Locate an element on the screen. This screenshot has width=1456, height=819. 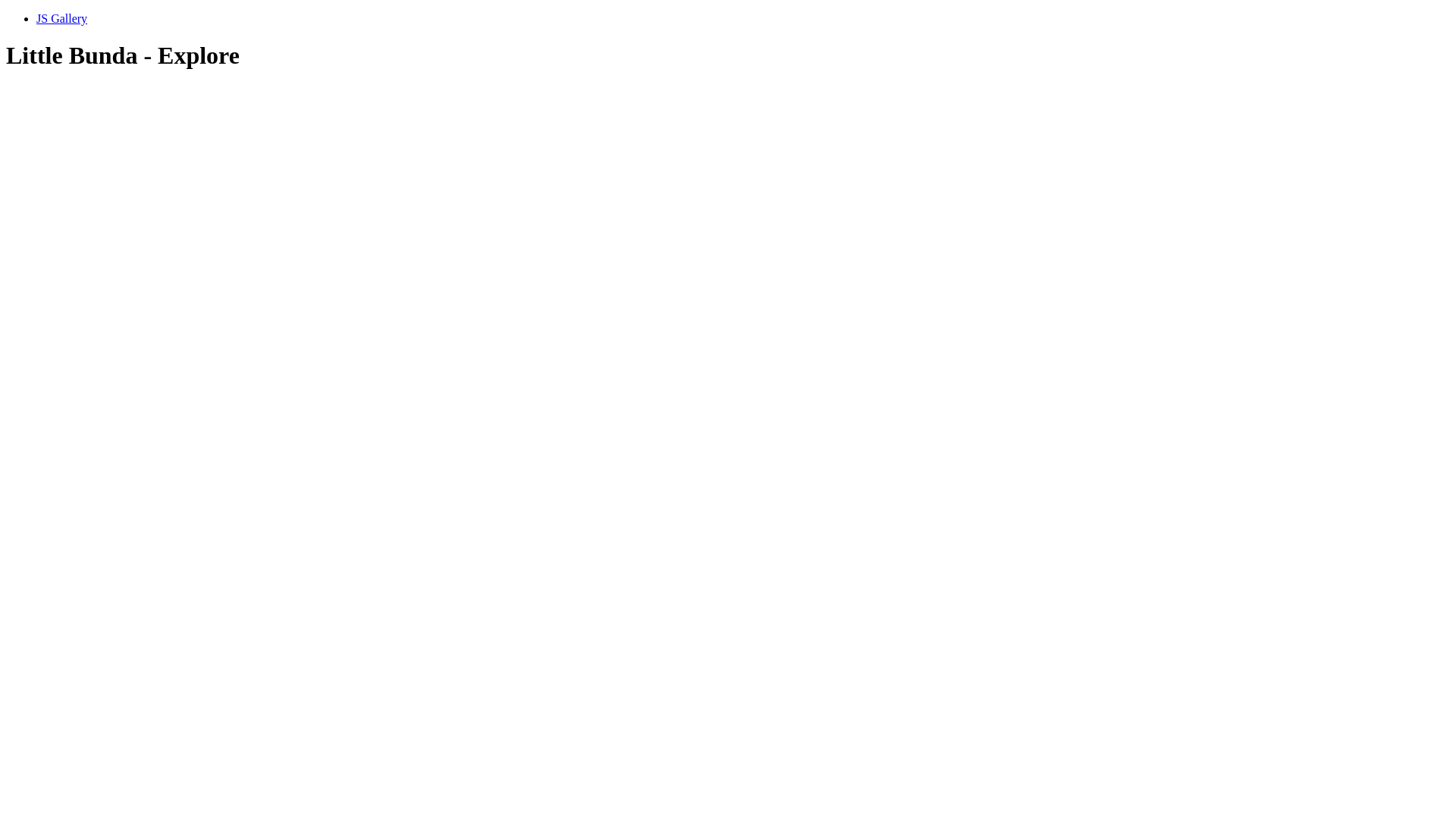
'JS Gallery' is located at coordinates (61, 18).